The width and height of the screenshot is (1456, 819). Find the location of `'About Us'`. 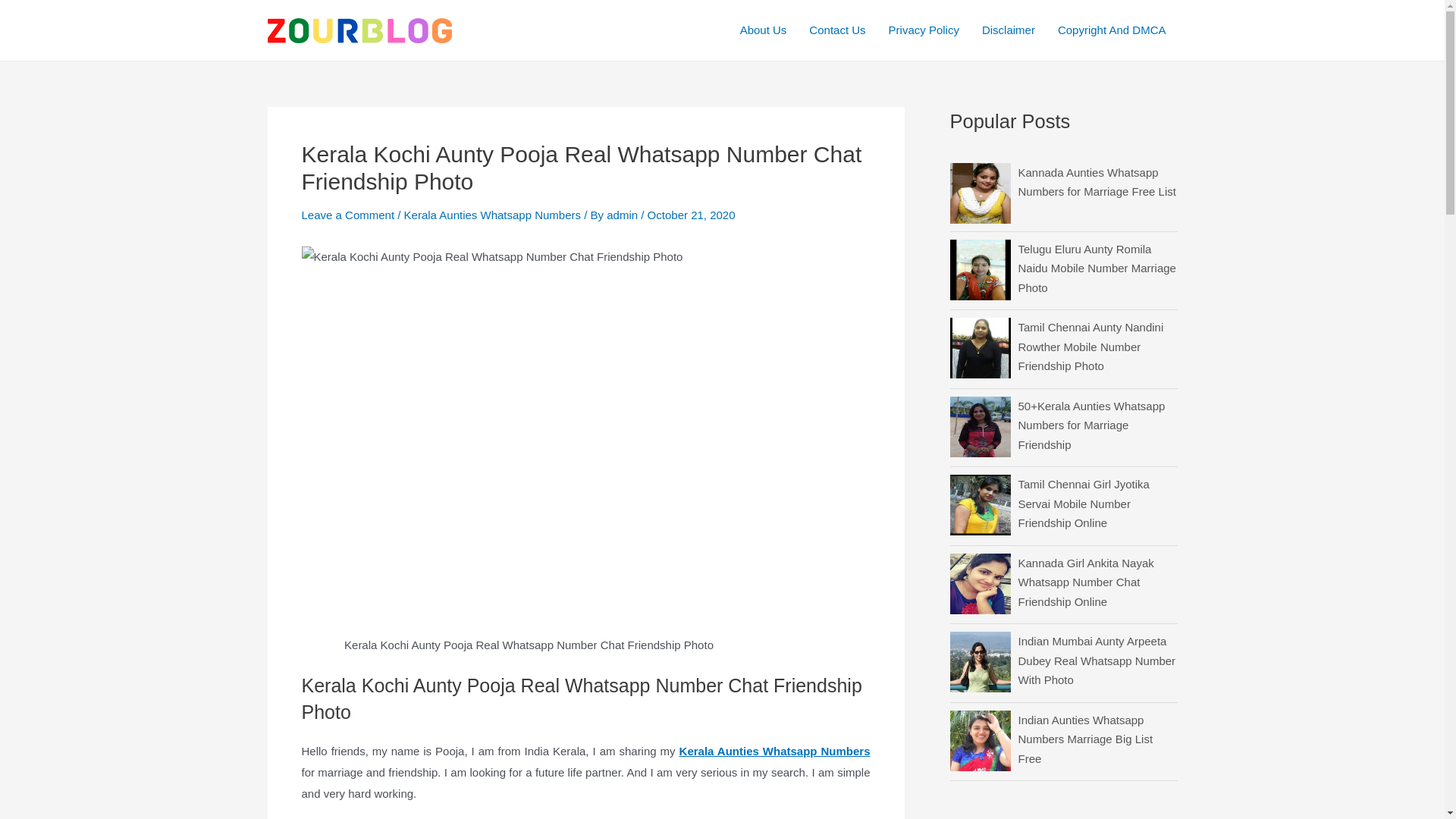

'About Us' is located at coordinates (764, 30).